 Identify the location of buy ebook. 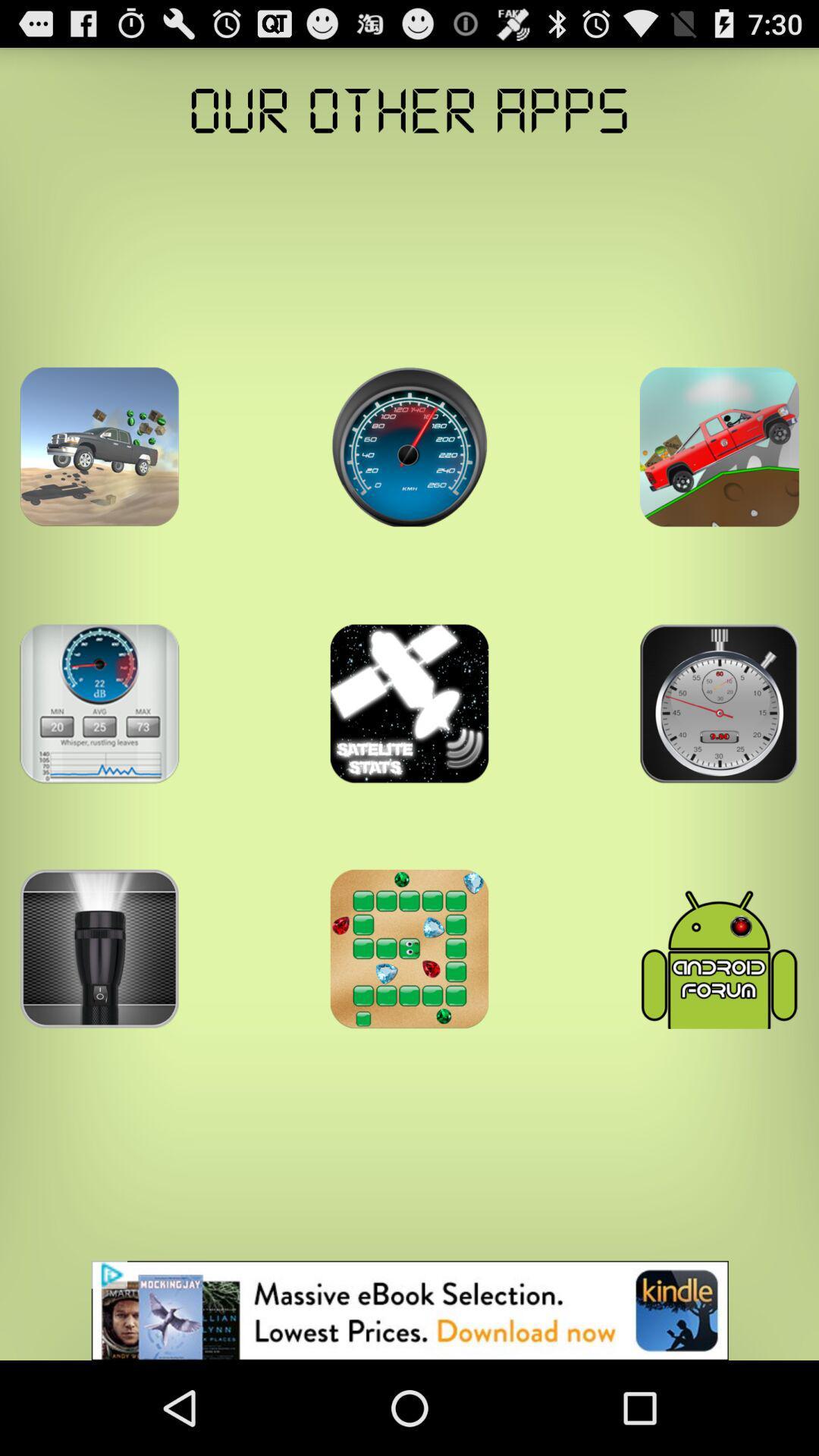
(409, 1310).